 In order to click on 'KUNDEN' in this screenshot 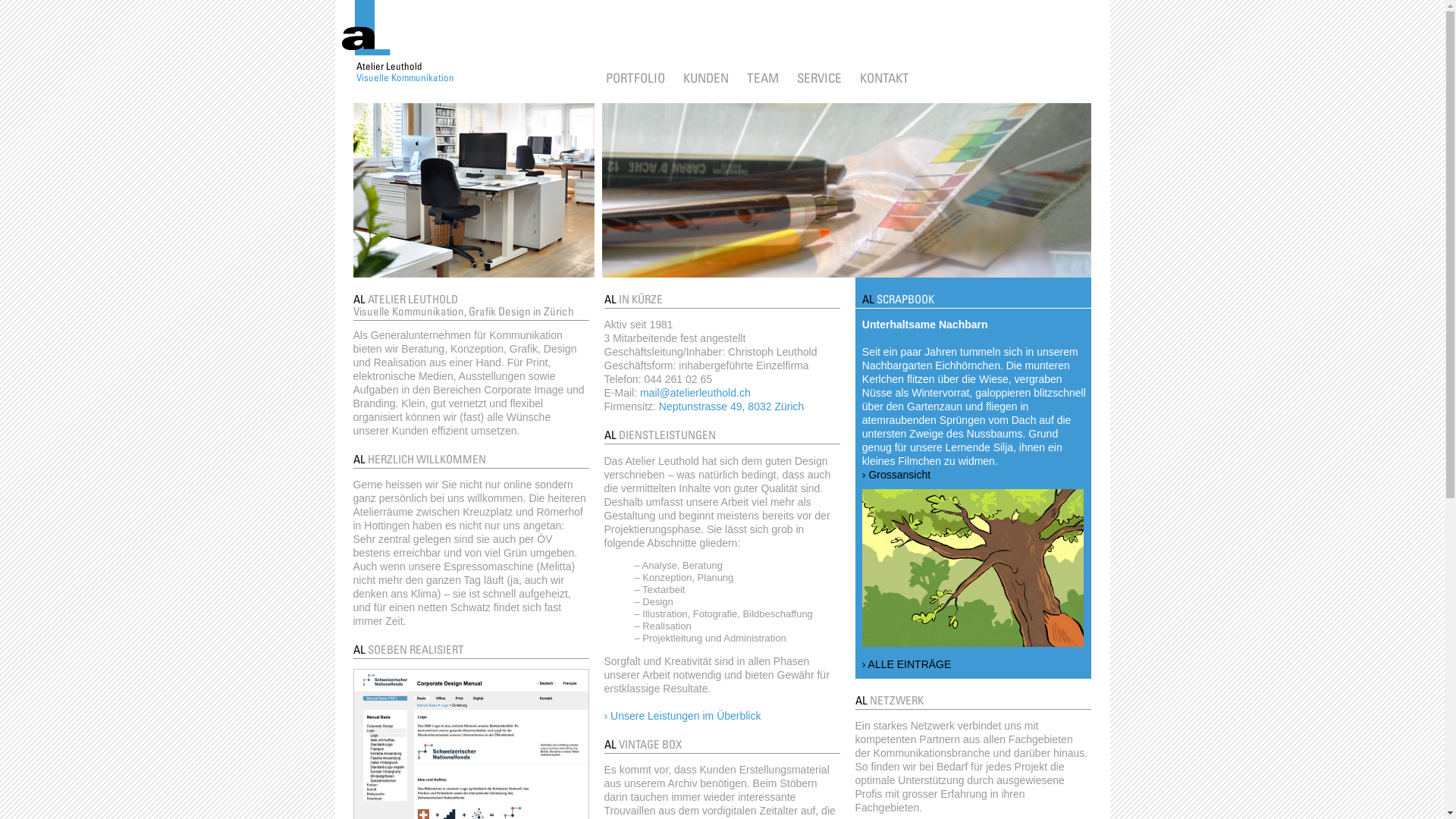, I will do `click(704, 77)`.